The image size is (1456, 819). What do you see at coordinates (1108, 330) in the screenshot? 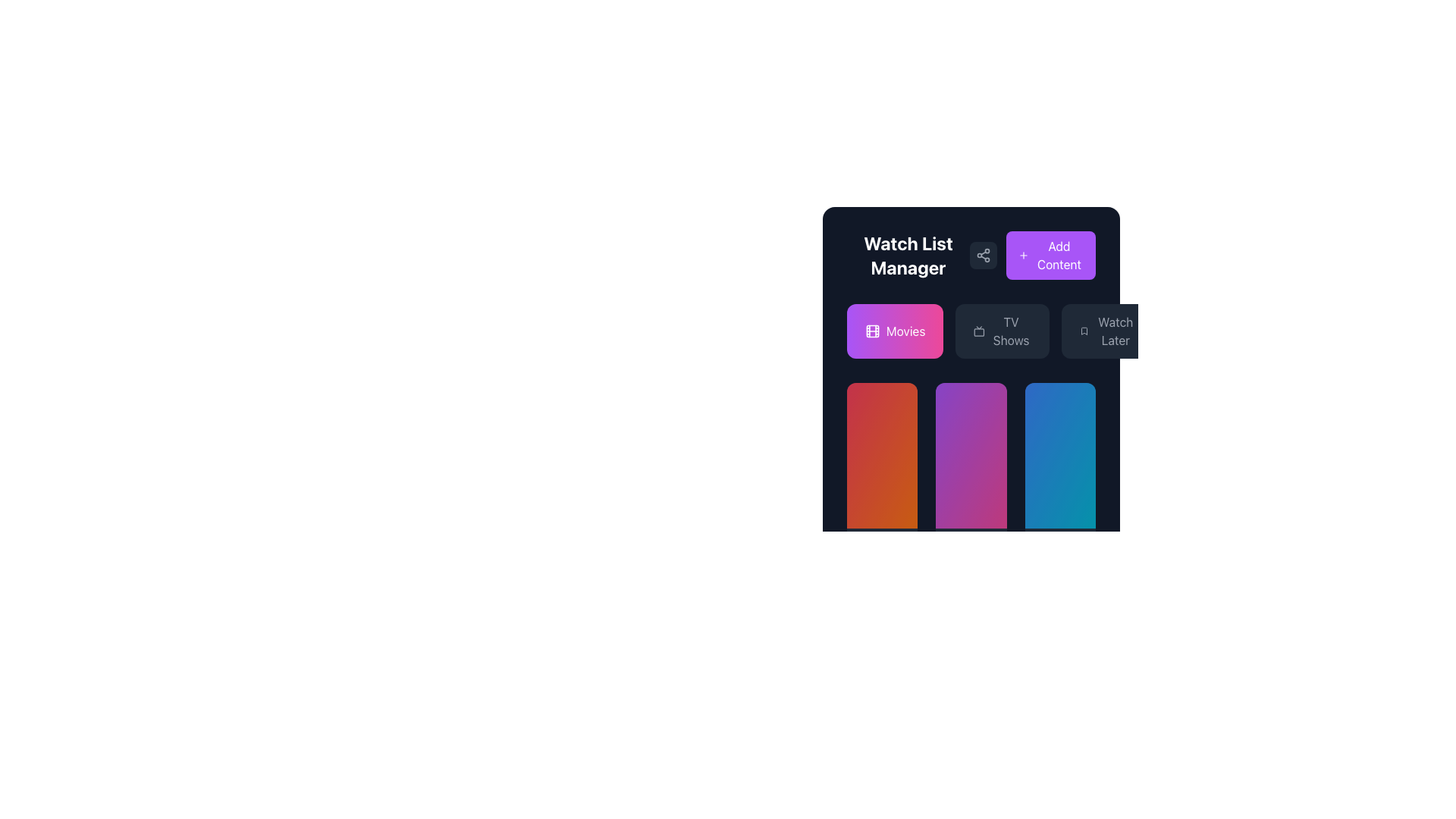
I see `the button that allows users to mark or manage content to watch later, located to the right of the 'Movies' and 'TV Shows' buttons` at bounding box center [1108, 330].